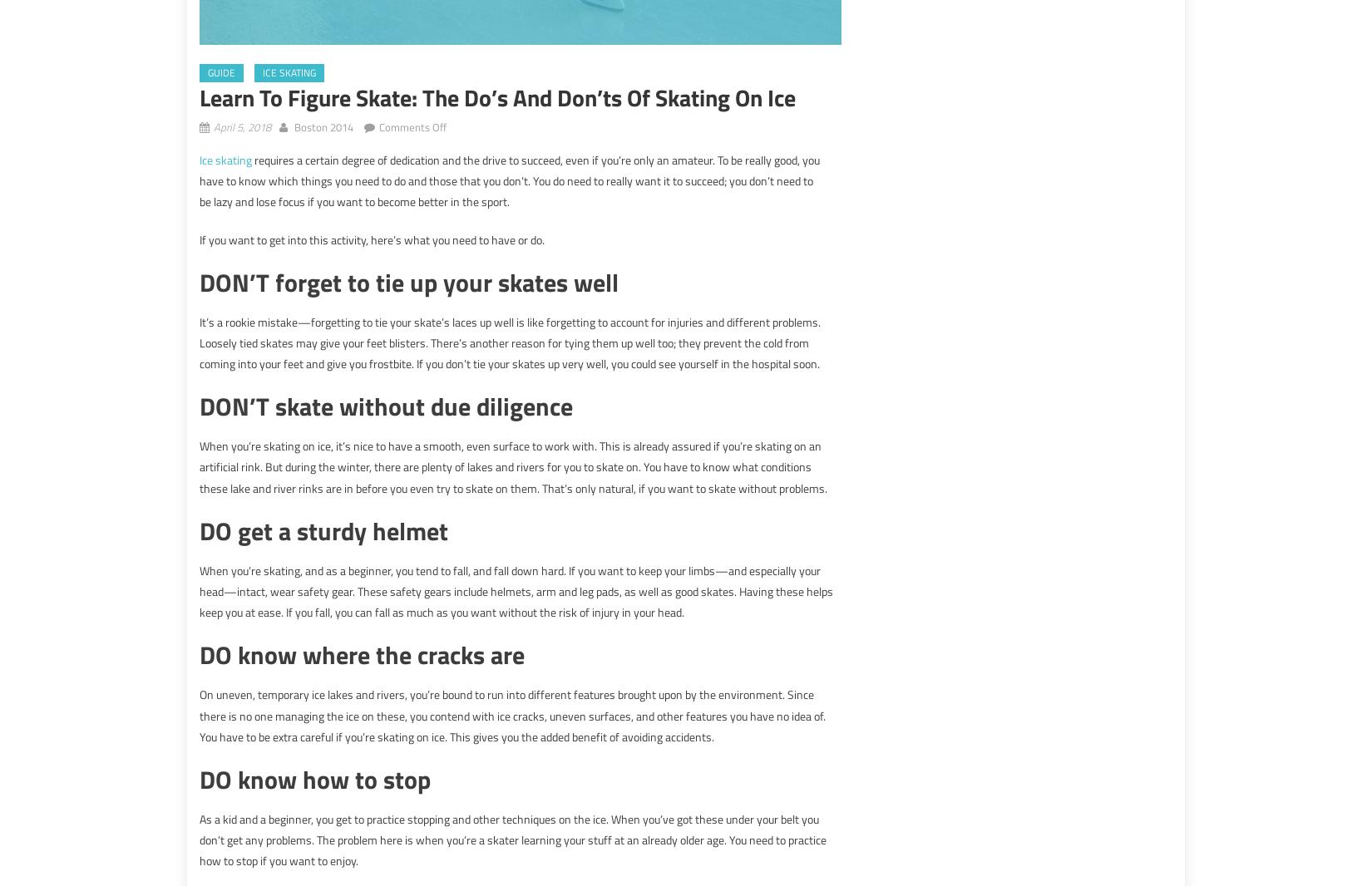 The height and width of the screenshot is (886, 1372). Describe the element at coordinates (508, 180) in the screenshot. I see `'requires a certain degree of dedication and the drive to succeed, even if you’re only an amateur. To be really good, you have to know which things you need to do and those that you don’t. You do need to really want it to succeed; you don’t need to be lazy and lose focus if you want to become better in the sport.'` at that location.